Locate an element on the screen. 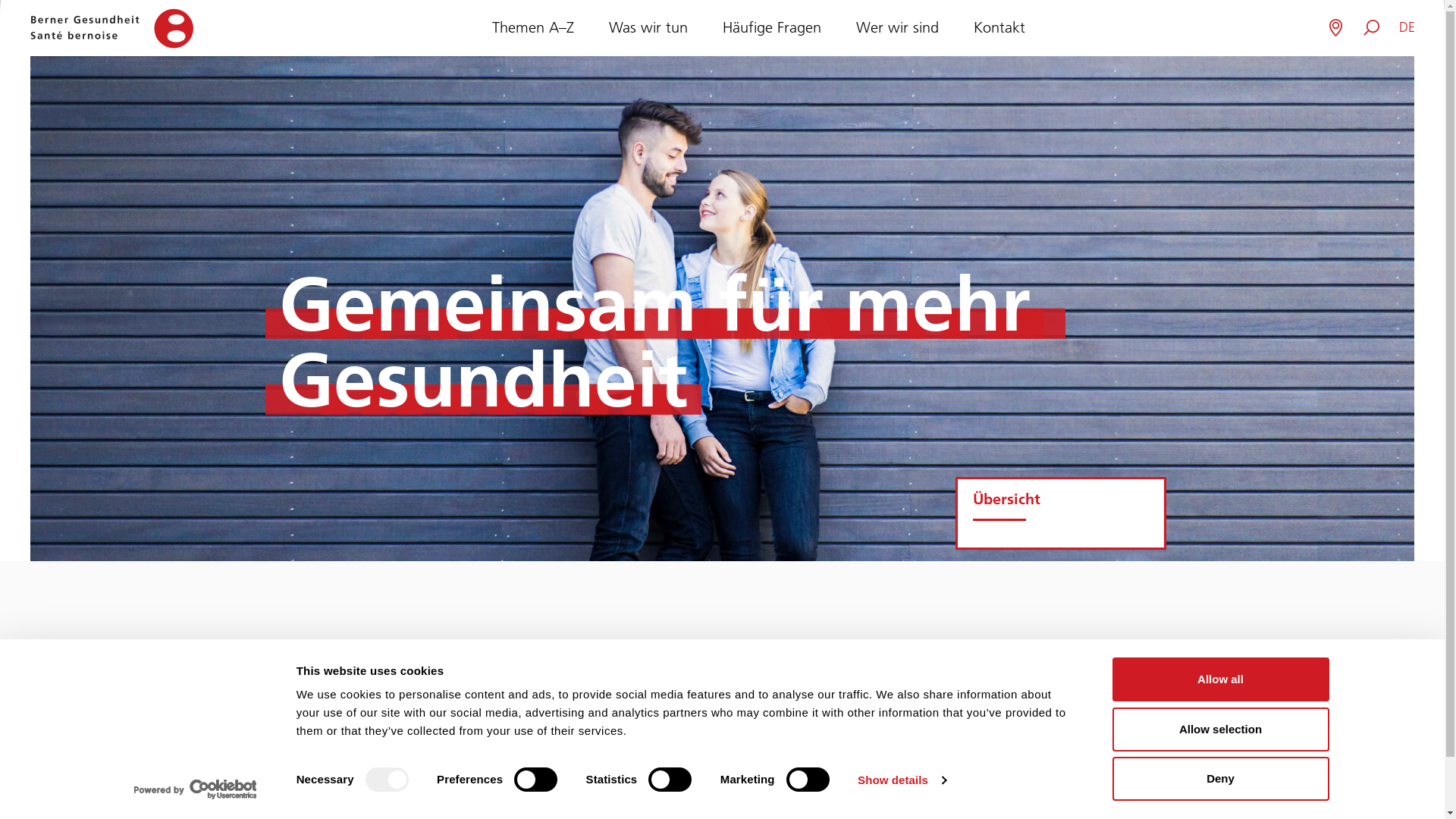 This screenshot has width=1456, height=819. 'Was wir tun' is located at coordinates (648, 27).